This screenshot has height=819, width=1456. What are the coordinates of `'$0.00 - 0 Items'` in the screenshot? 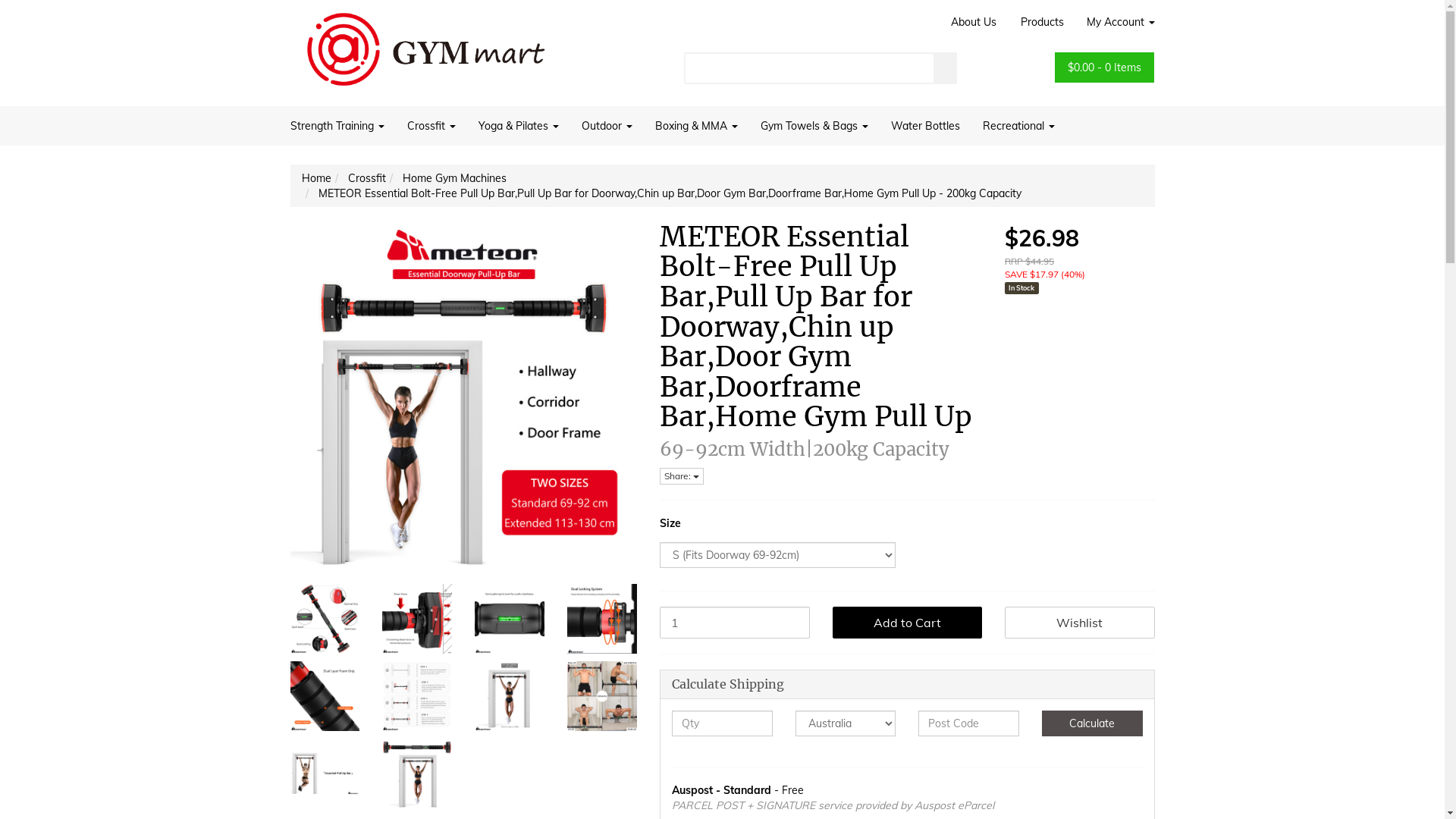 It's located at (1104, 66).